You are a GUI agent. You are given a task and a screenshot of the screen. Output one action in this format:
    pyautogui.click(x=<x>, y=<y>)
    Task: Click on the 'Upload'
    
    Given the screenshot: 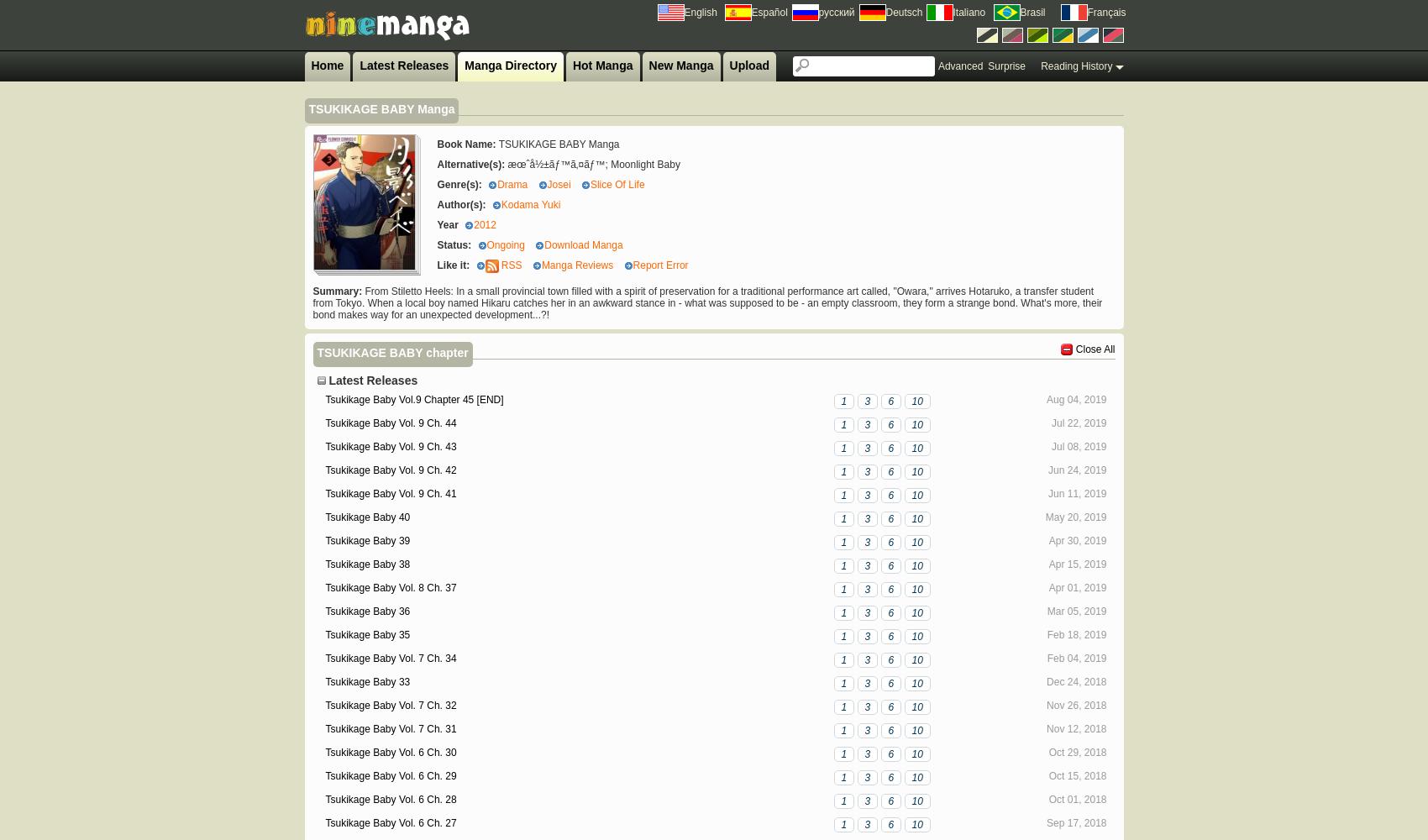 What is the action you would take?
    pyautogui.click(x=729, y=65)
    